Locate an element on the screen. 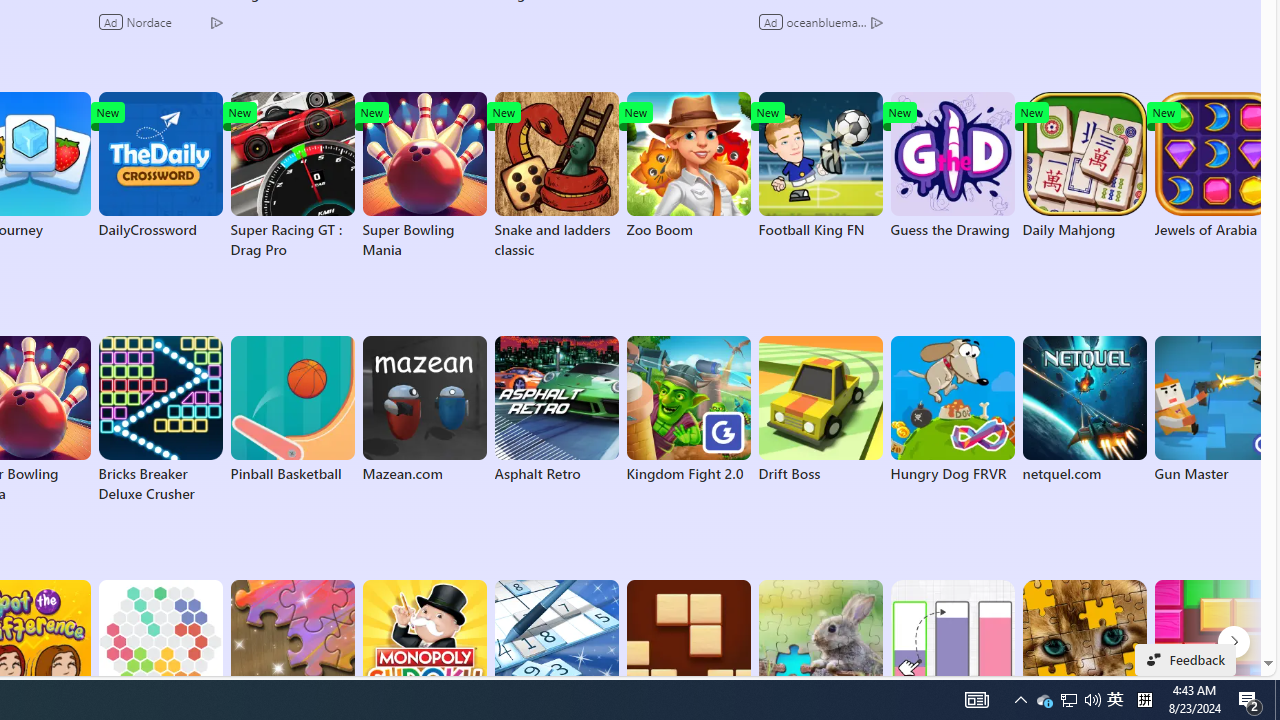  'Guess the Drawing' is located at coordinates (951, 164).